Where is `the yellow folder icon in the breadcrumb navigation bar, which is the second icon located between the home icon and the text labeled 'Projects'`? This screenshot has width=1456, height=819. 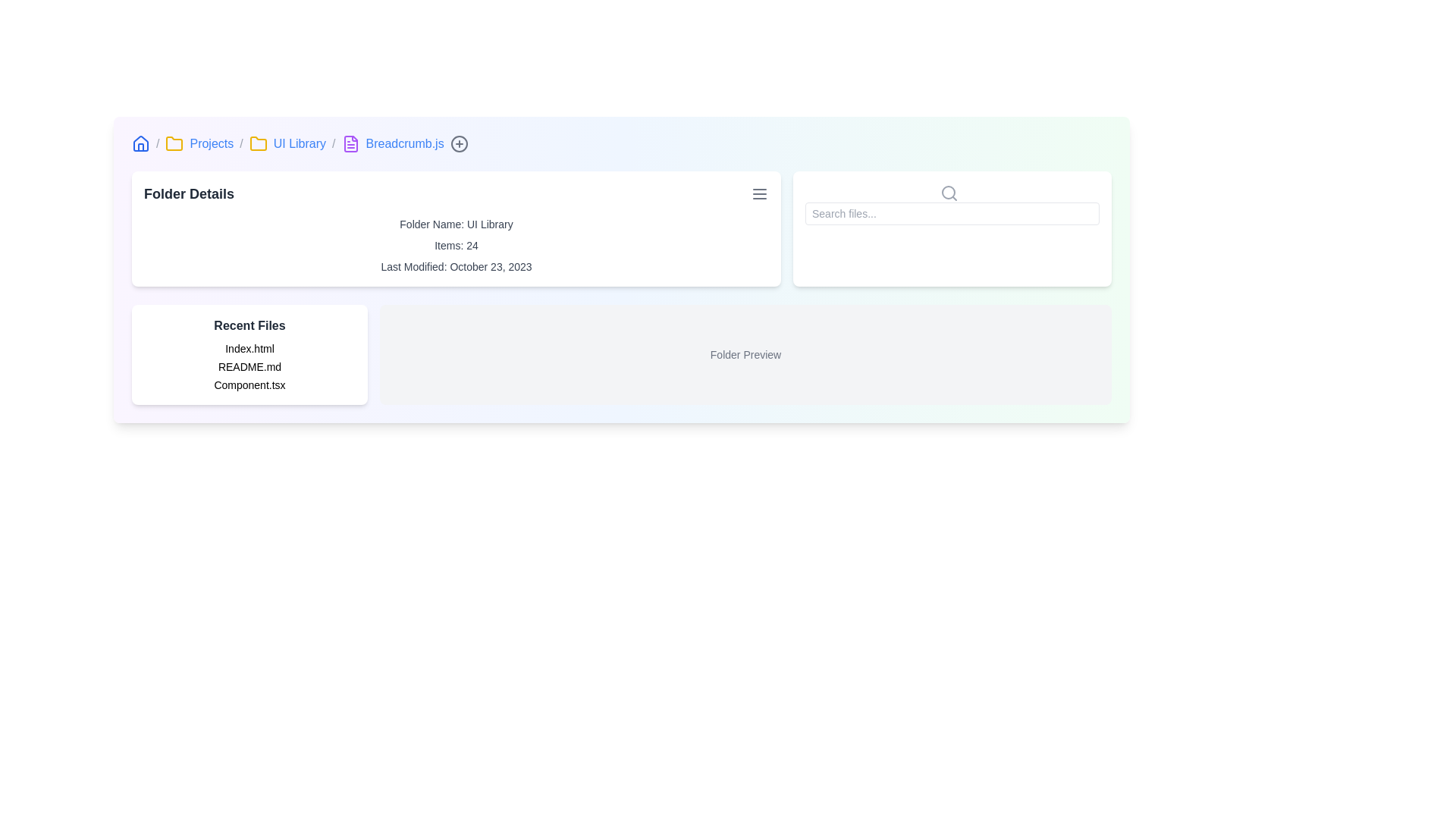
the yellow folder icon in the breadcrumb navigation bar, which is the second icon located between the home icon and the text labeled 'Projects' is located at coordinates (174, 143).